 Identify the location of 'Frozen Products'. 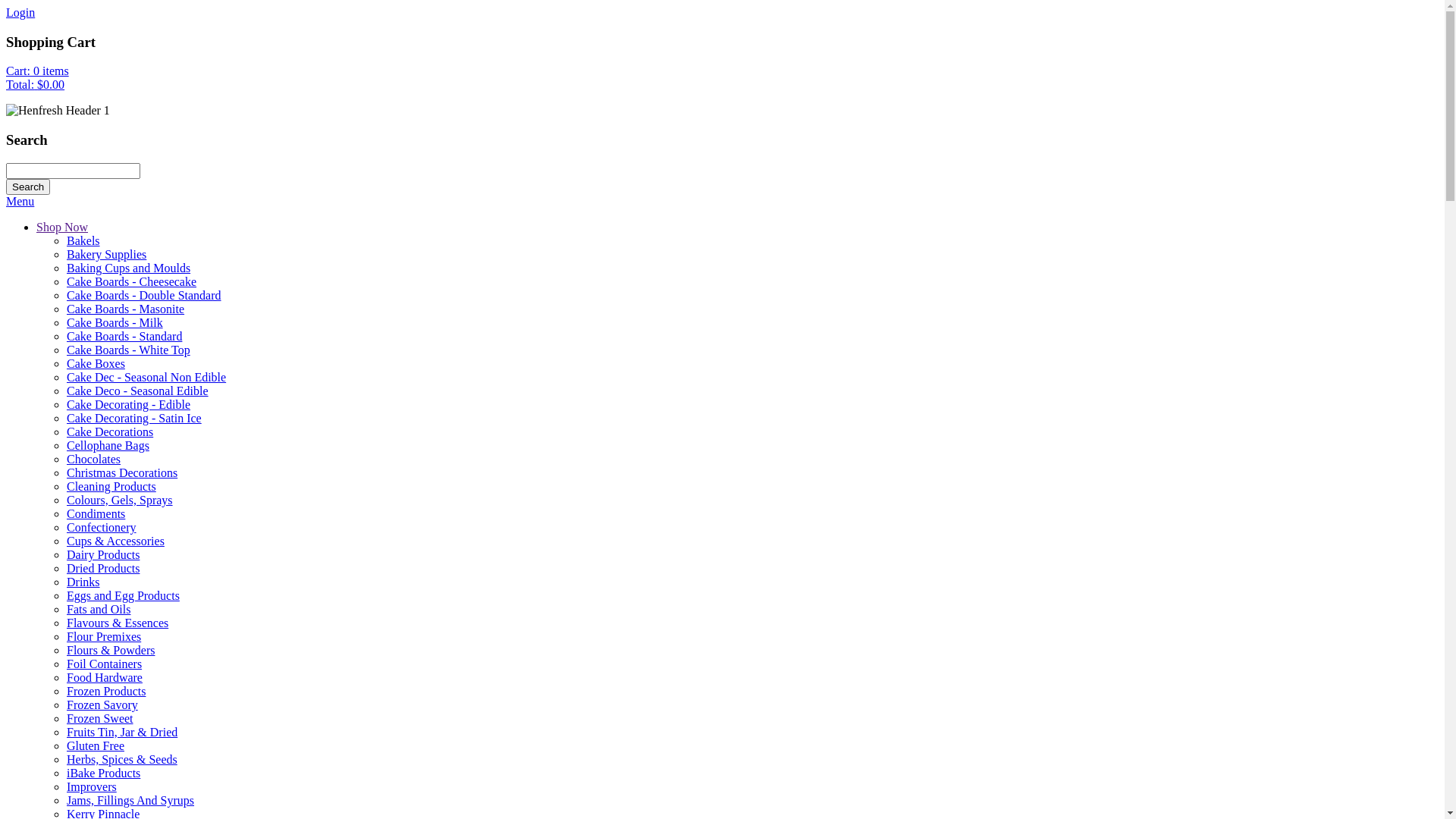
(105, 691).